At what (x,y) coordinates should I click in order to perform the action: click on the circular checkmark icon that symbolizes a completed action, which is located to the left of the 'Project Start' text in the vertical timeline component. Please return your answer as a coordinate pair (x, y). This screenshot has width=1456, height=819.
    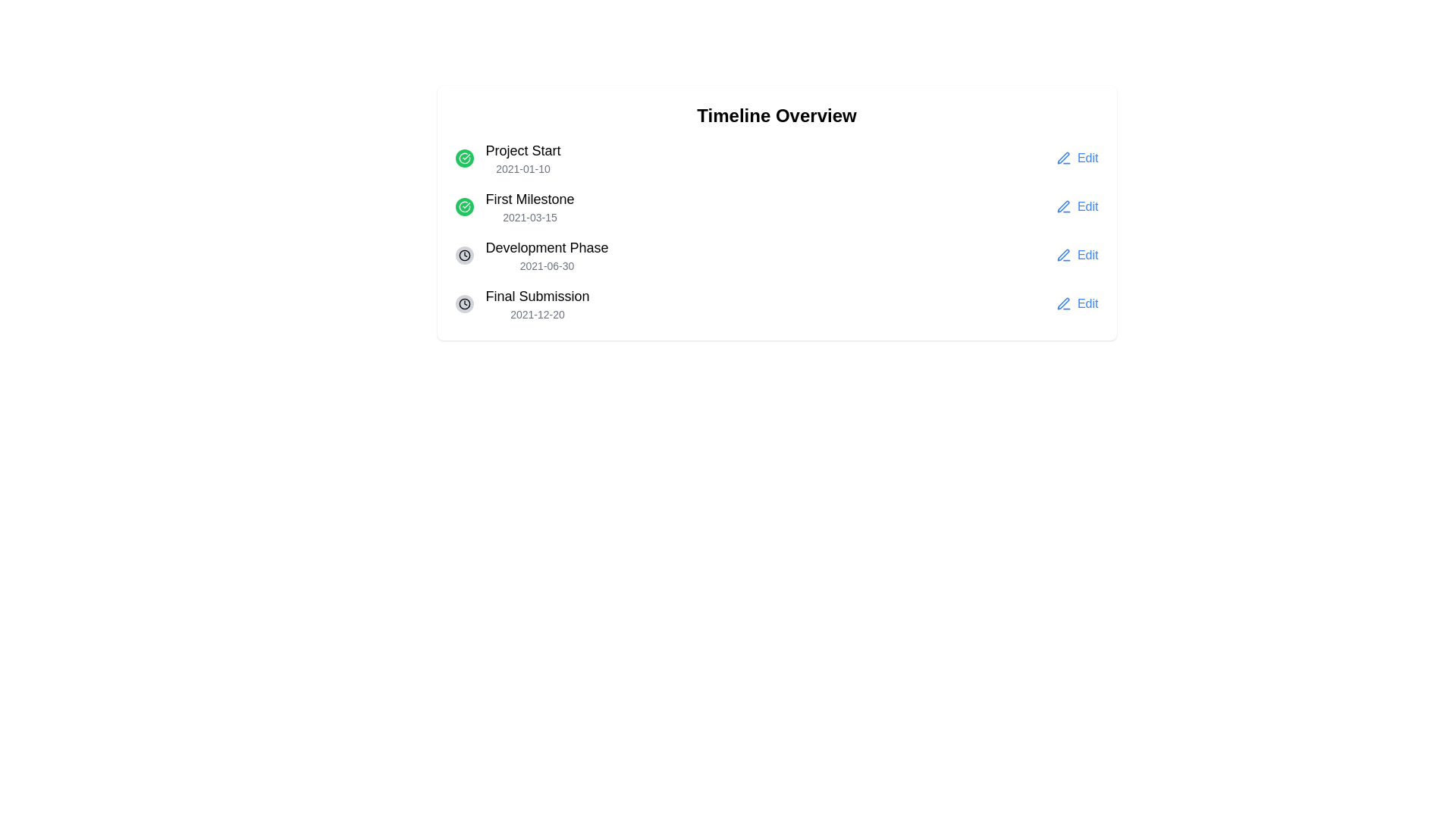
    Looking at the image, I should click on (463, 207).